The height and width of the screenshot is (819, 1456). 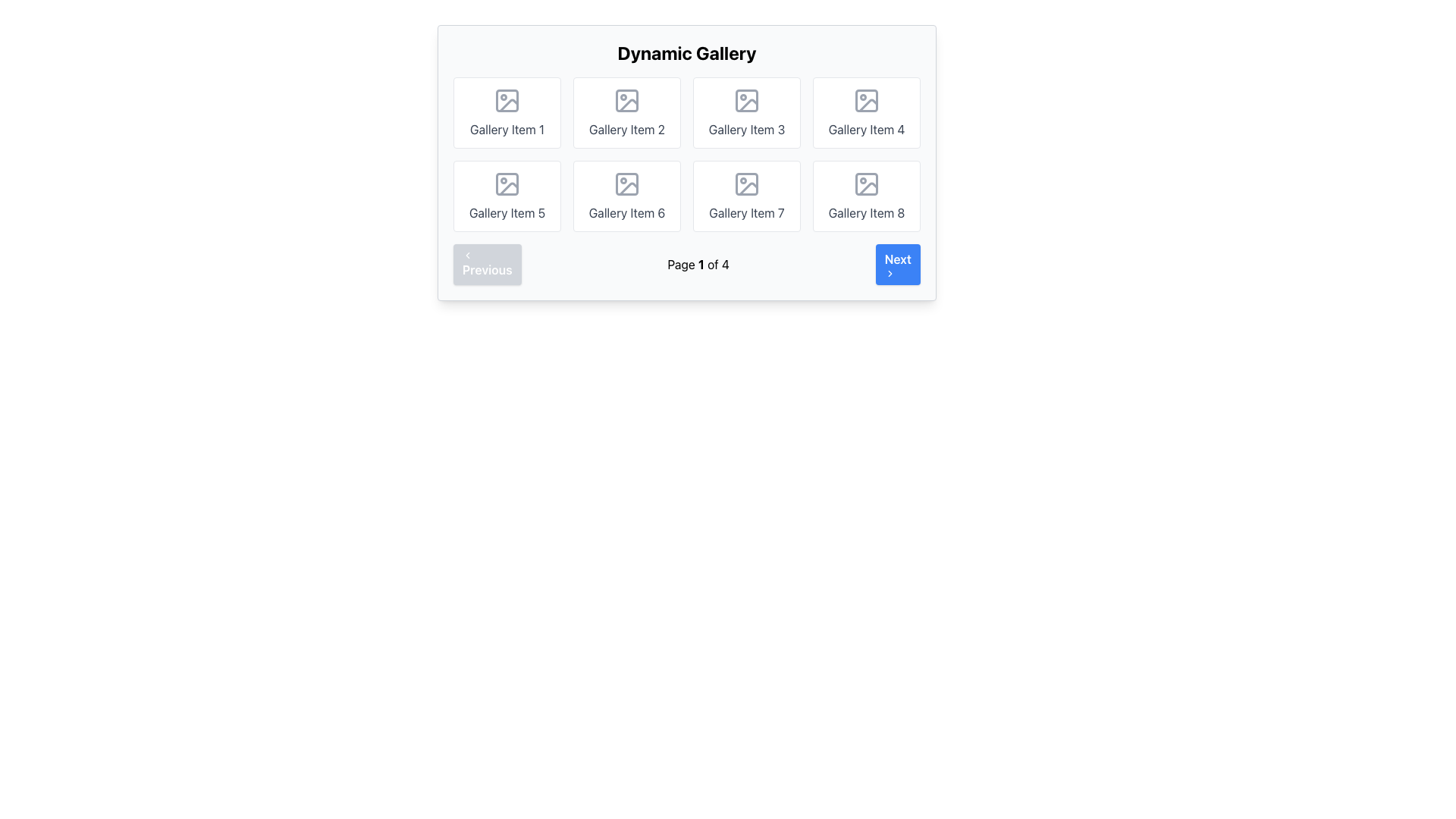 What do you see at coordinates (866, 195) in the screenshot?
I see `the rectangular card labeled 'Gallery Item 8' located in the bottom-right corner of the grid layout` at bounding box center [866, 195].